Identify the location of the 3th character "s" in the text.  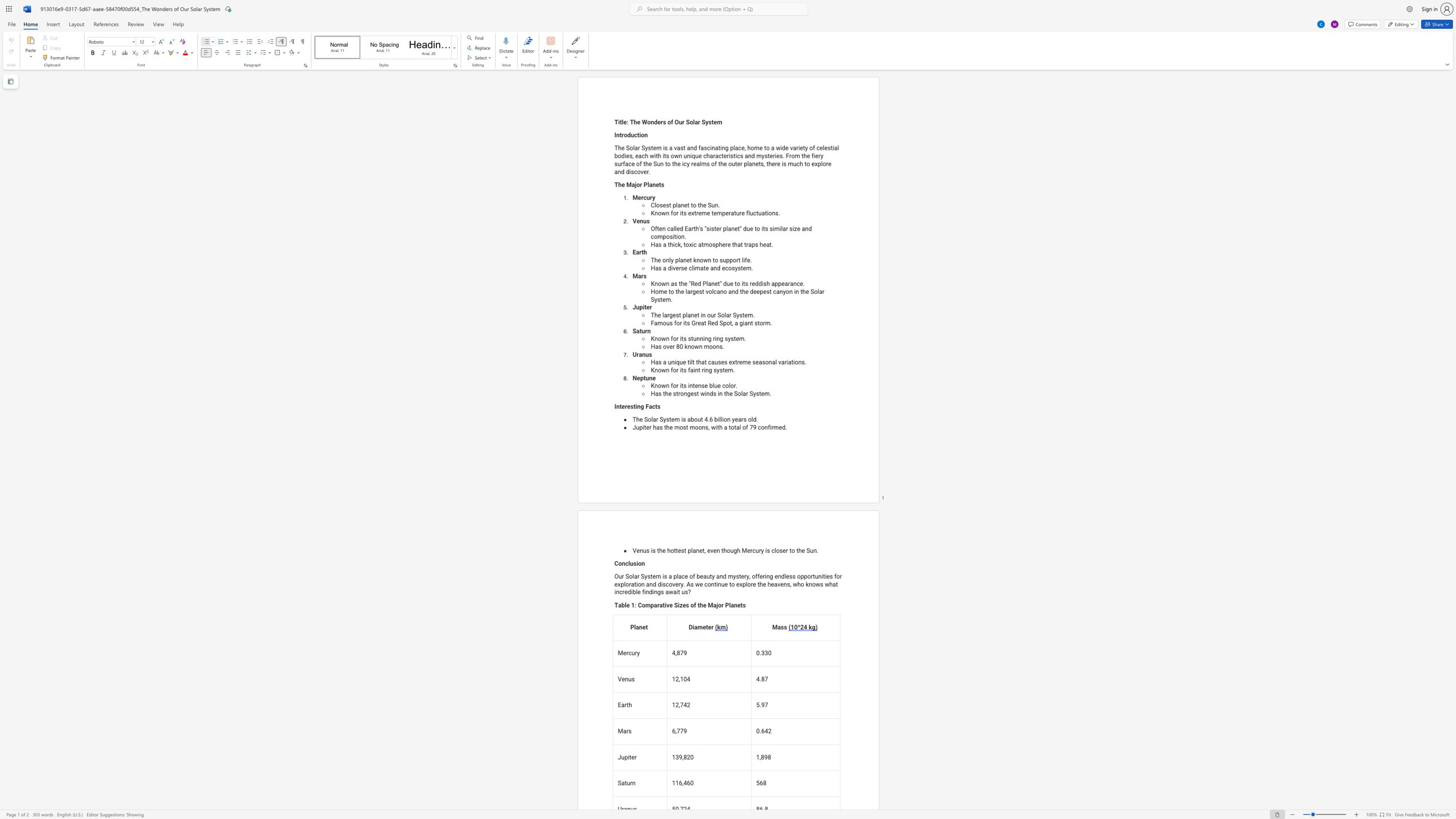
(737, 575).